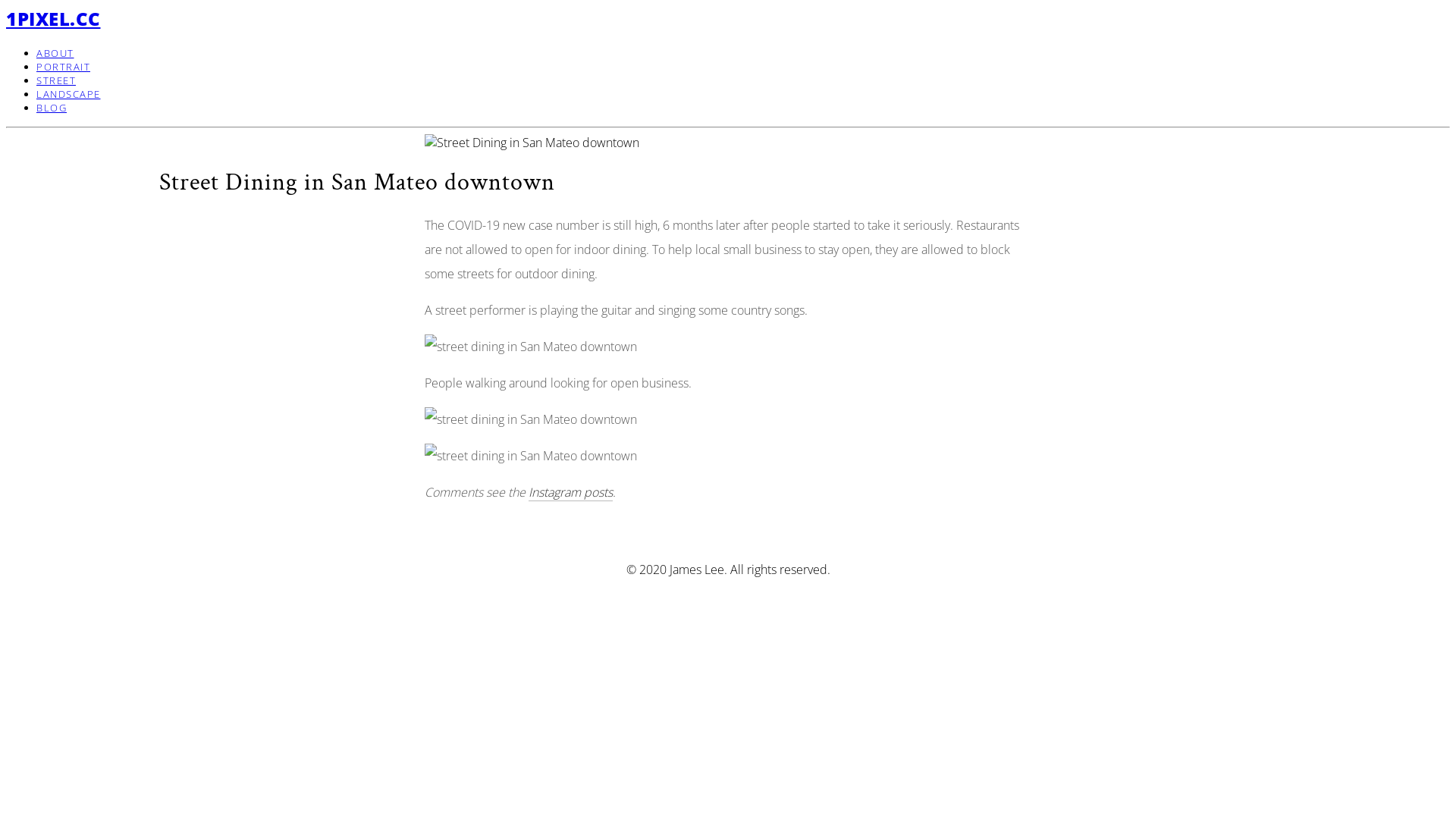  What do you see at coordinates (55, 80) in the screenshot?
I see `'STREET'` at bounding box center [55, 80].